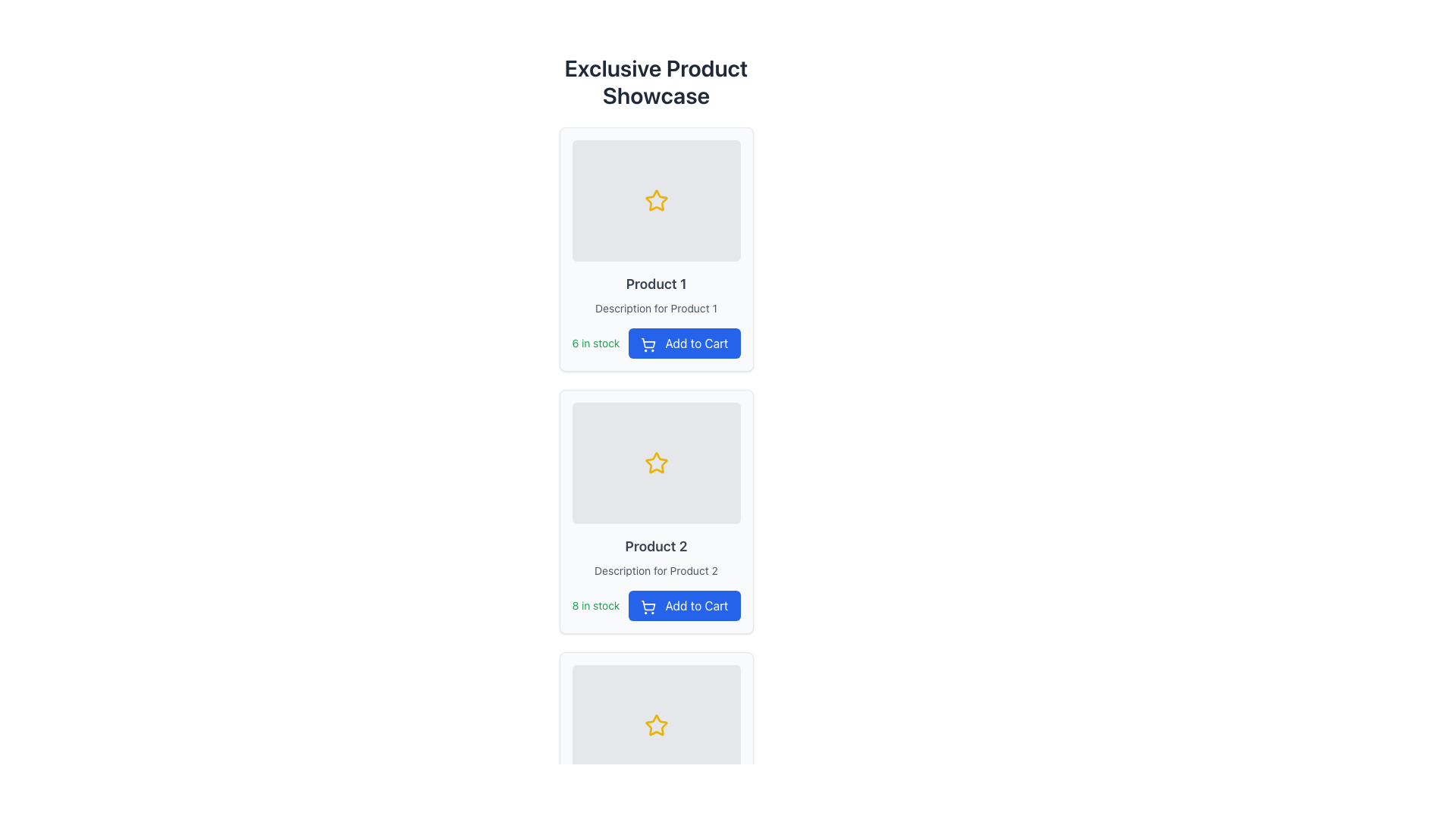 This screenshot has height=819, width=1456. Describe the element at coordinates (656, 570) in the screenshot. I see `text label providing details for Product 2, located directly beneath the title 'Product 2' in the second product card` at that location.